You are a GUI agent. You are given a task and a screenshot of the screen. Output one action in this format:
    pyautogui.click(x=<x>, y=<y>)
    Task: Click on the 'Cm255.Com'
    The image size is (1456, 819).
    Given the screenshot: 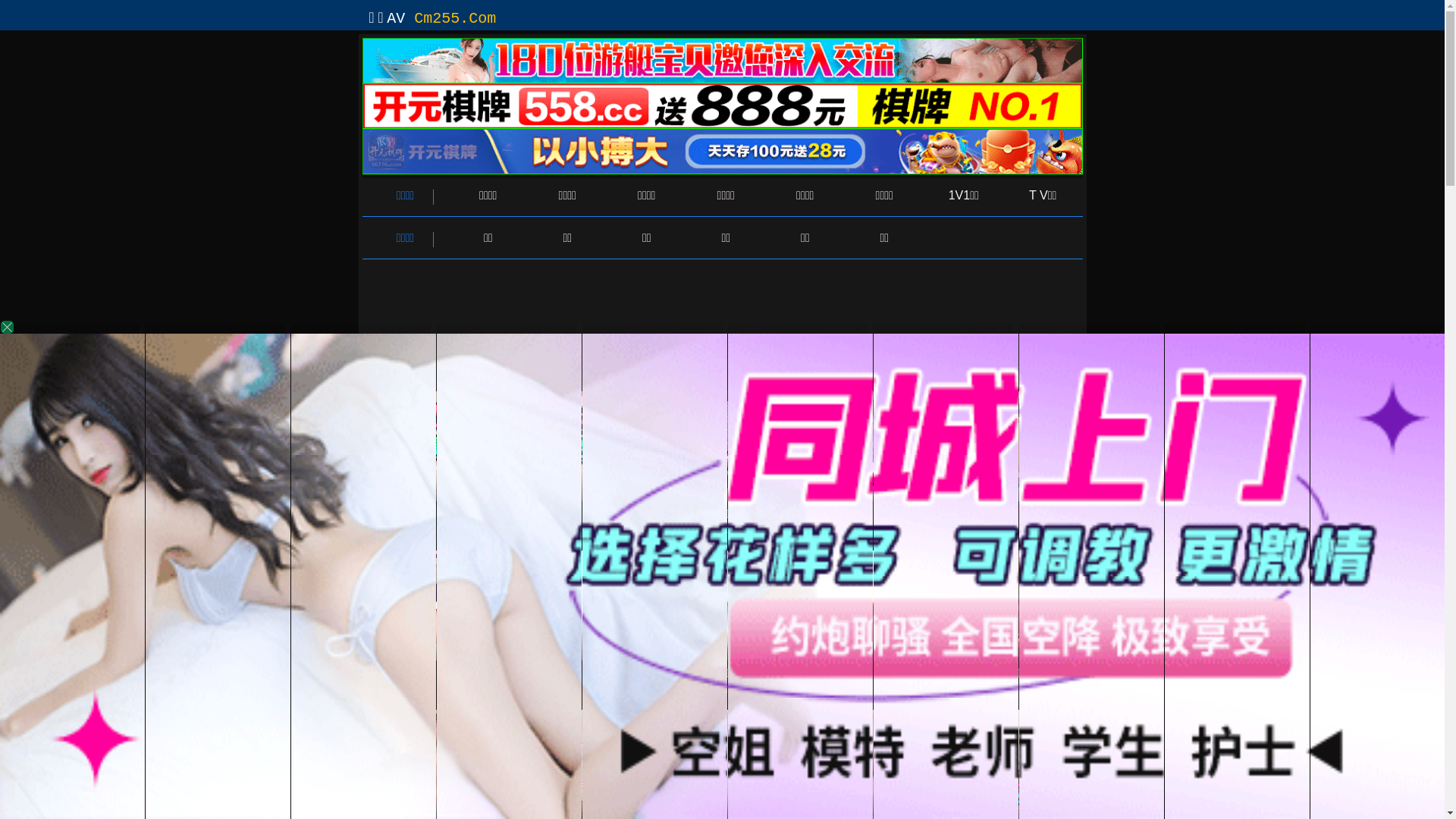 What is the action you would take?
    pyautogui.click(x=454, y=18)
    